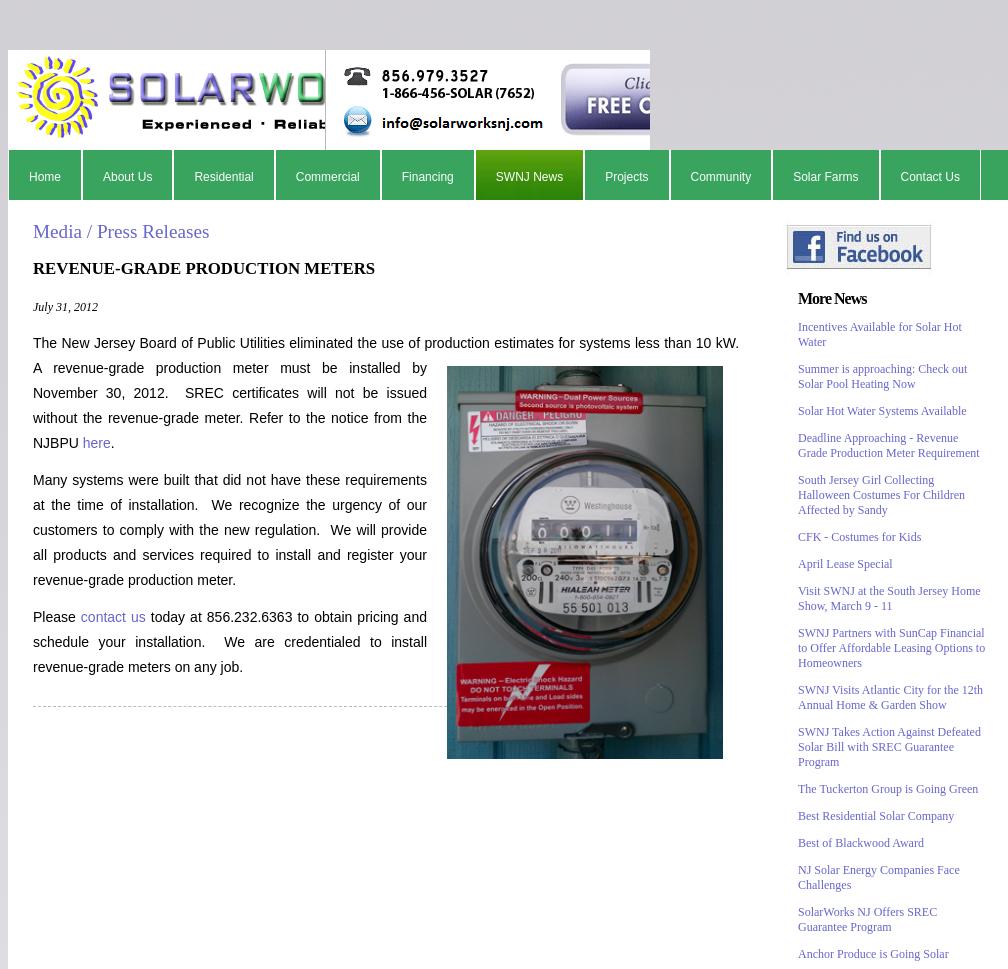  I want to click on 'contact us', so click(80, 614).